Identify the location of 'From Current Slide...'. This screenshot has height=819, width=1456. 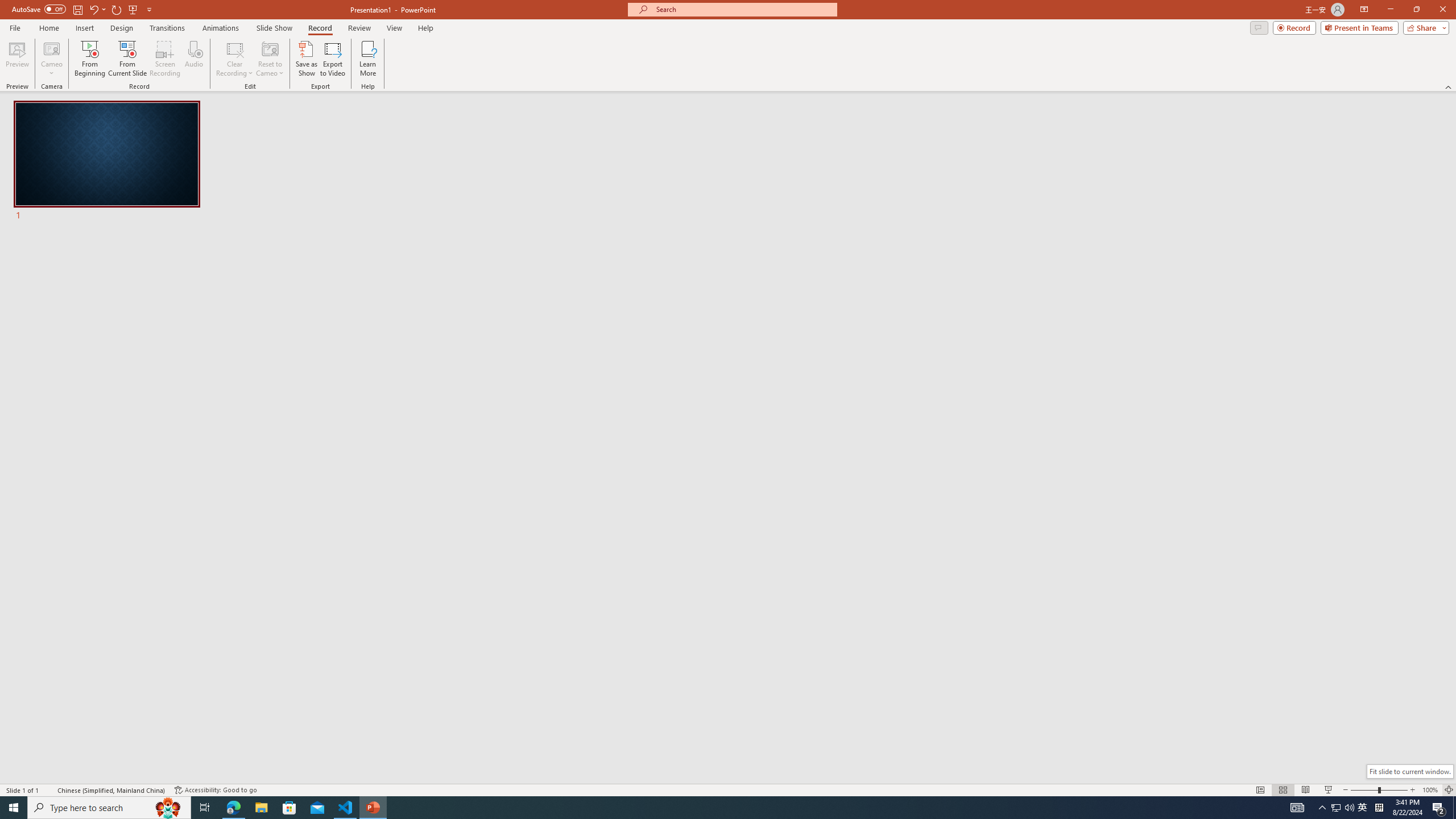
(127, 59).